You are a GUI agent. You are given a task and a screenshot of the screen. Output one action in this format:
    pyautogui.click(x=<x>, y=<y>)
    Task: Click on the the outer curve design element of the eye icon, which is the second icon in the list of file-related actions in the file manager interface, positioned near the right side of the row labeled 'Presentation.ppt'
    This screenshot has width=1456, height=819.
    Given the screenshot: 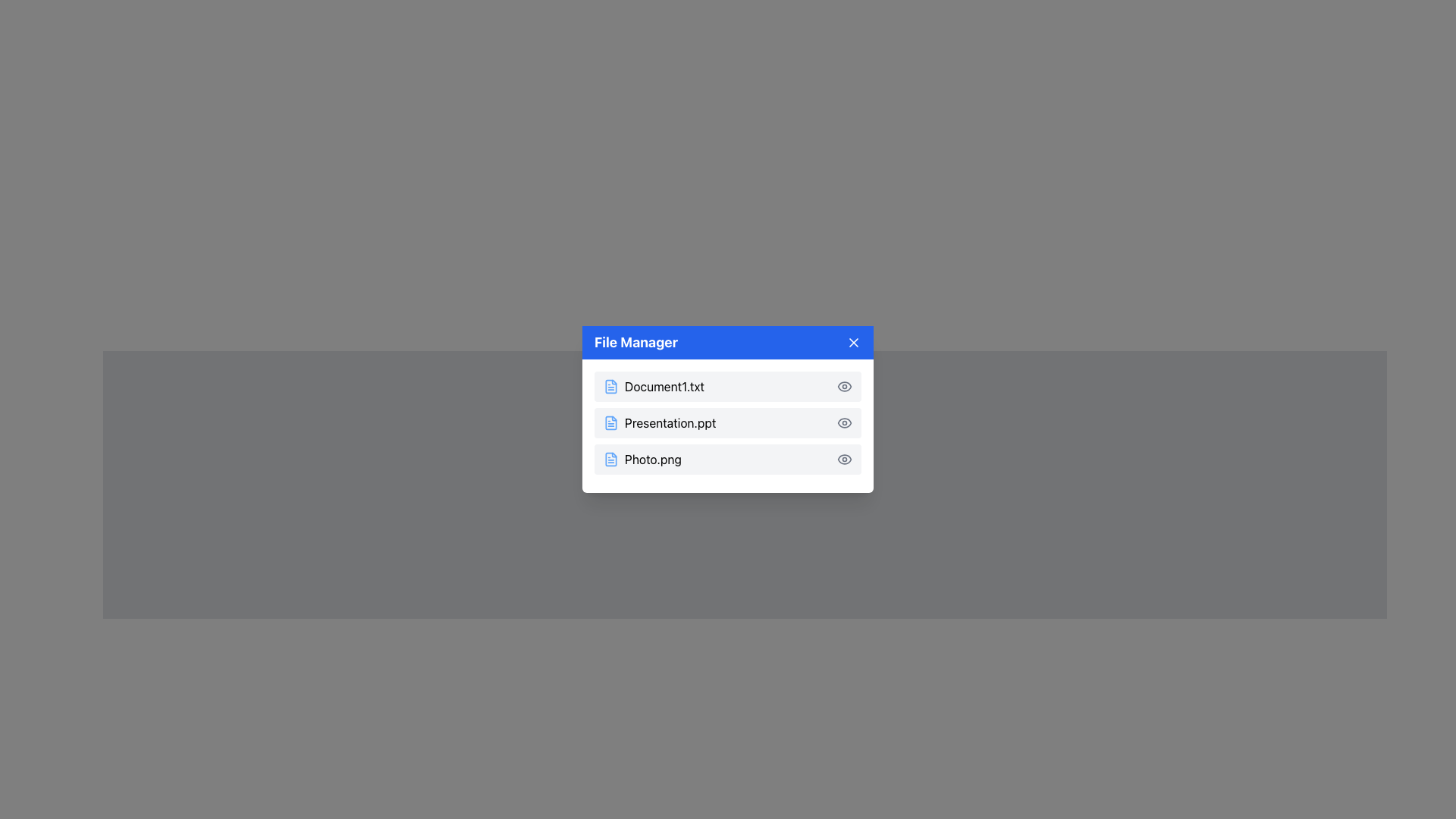 What is the action you would take?
    pyautogui.click(x=843, y=385)
    